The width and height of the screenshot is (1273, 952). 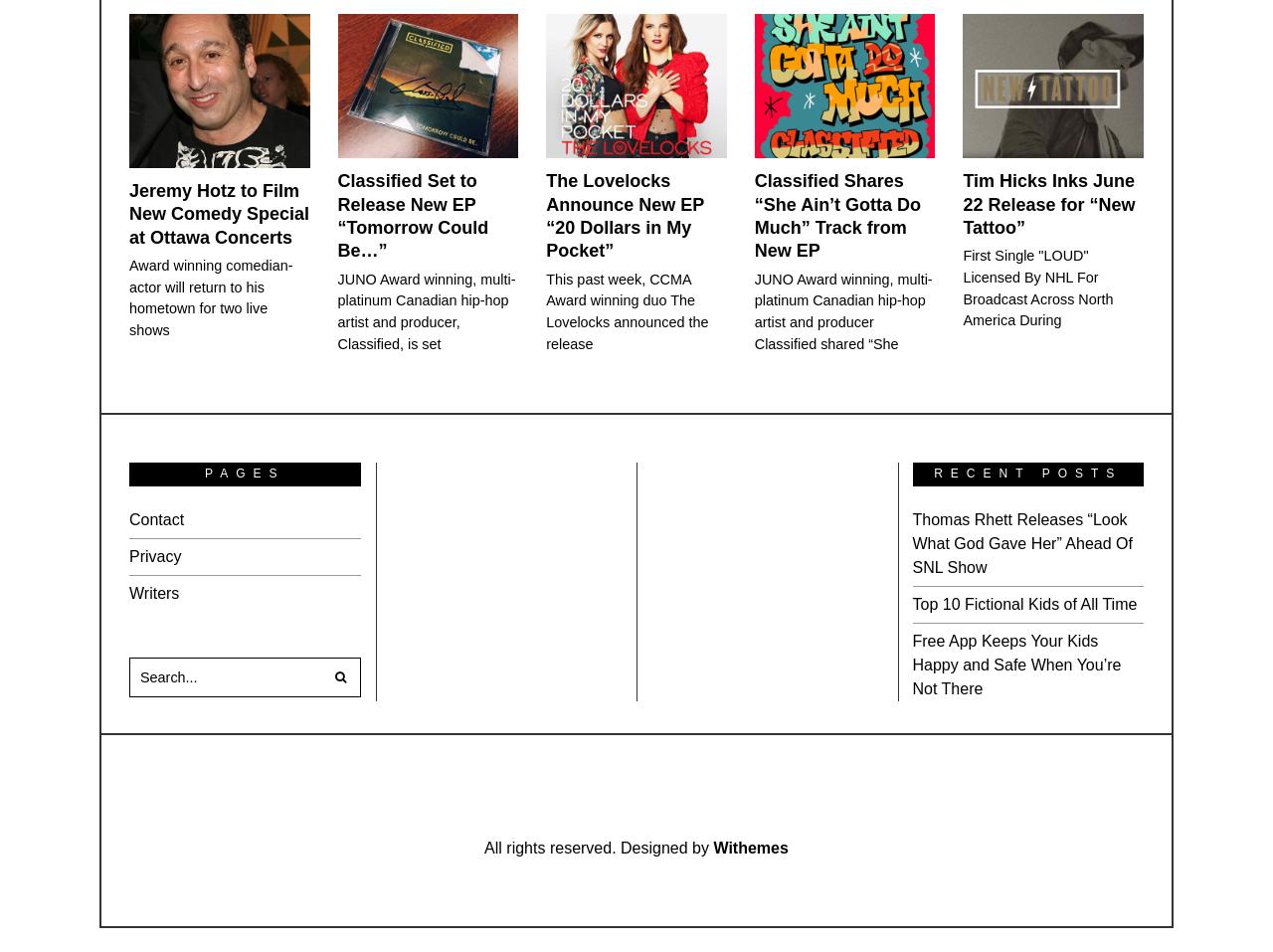 I want to click on 'Contact', so click(x=155, y=518).